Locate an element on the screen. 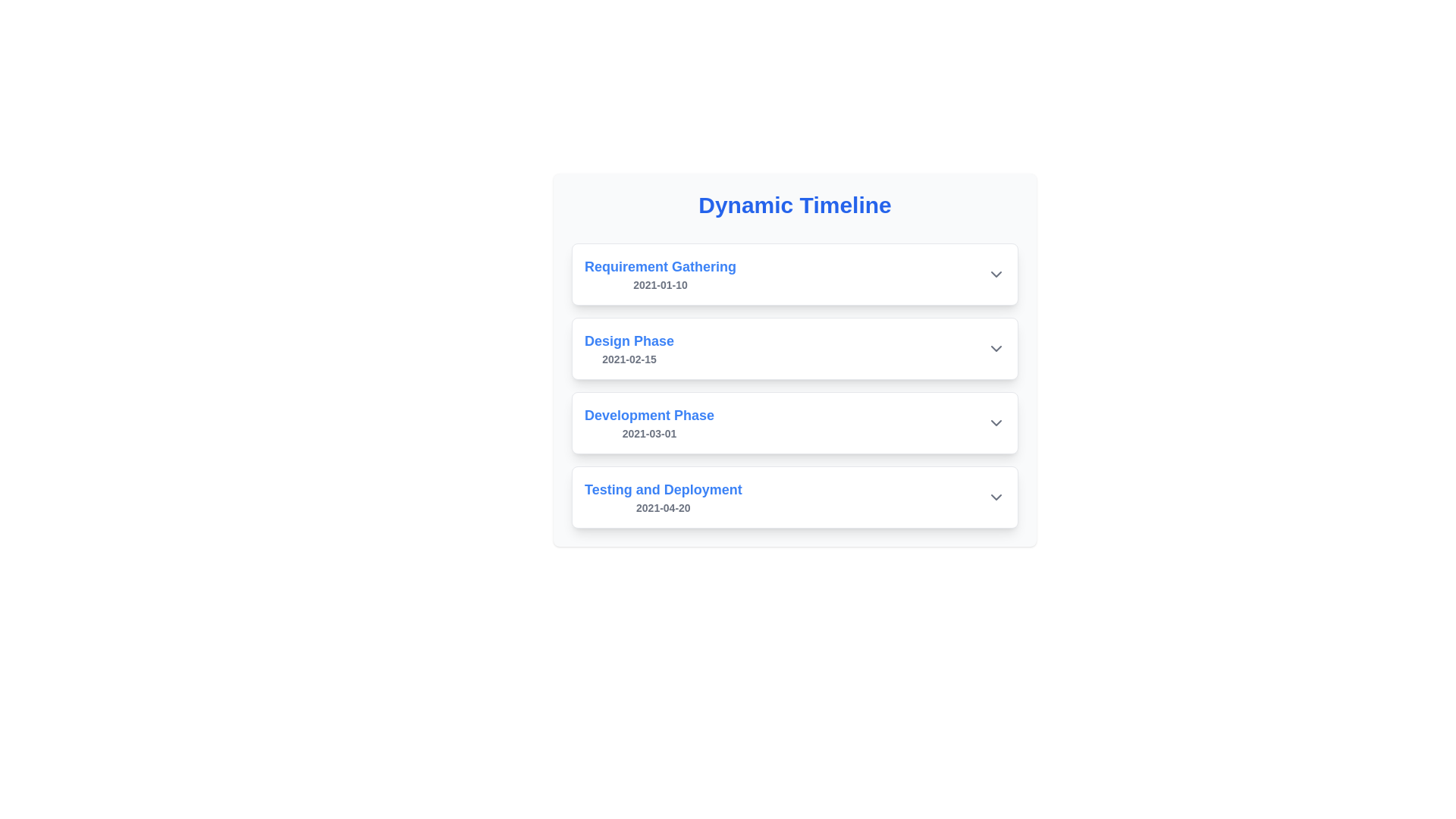 The height and width of the screenshot is (819, 1456). the 'Testing and Deployment' text label in the lower part of the 'Dynamic Timeline', which serves as the title for the fourth section above the date '2021-04-20' is located at coordinates (663, 489).